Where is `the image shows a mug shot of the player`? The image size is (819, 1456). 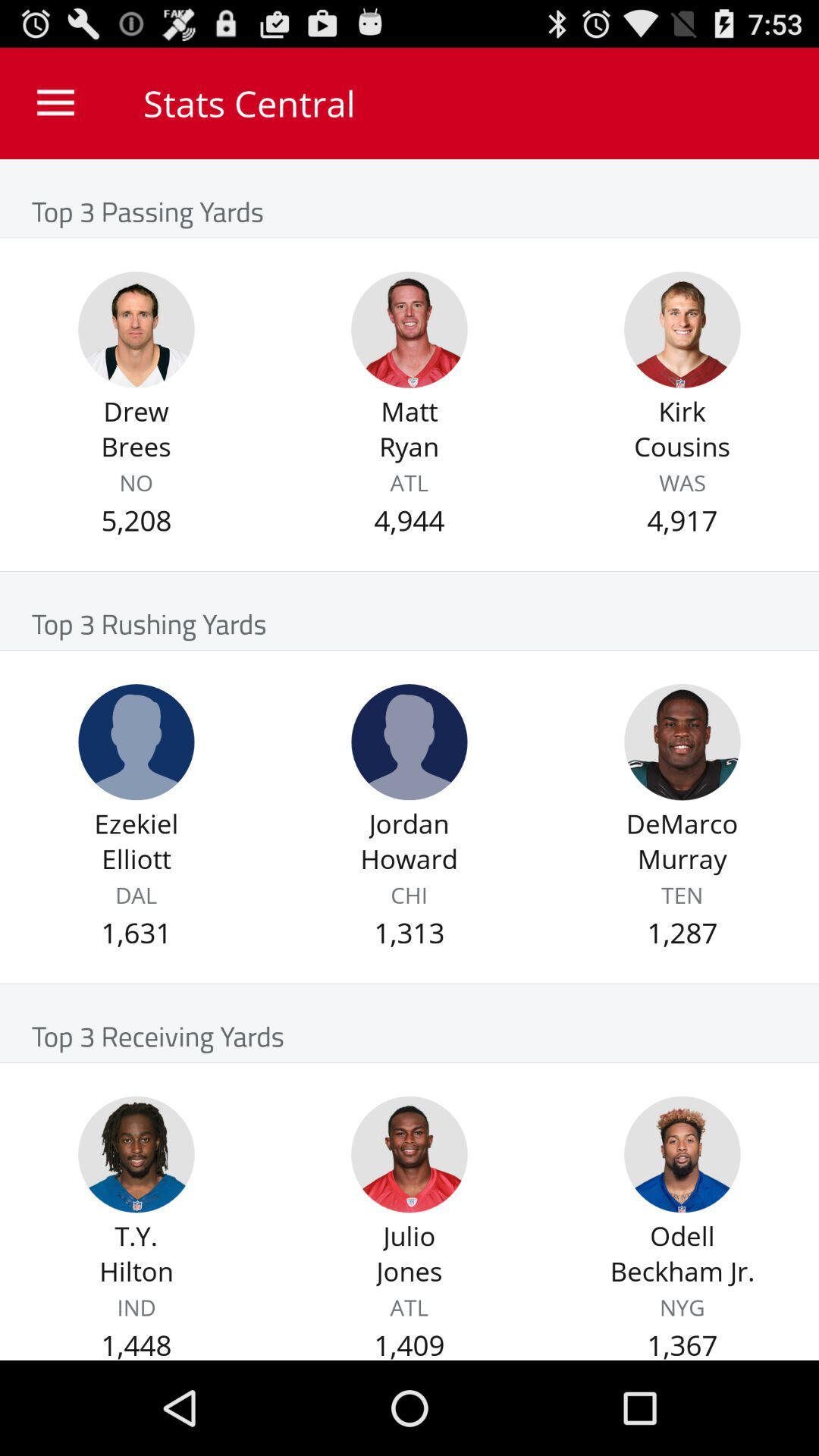 the image shows a mug shot of the player is located at coordinates (681, 742).